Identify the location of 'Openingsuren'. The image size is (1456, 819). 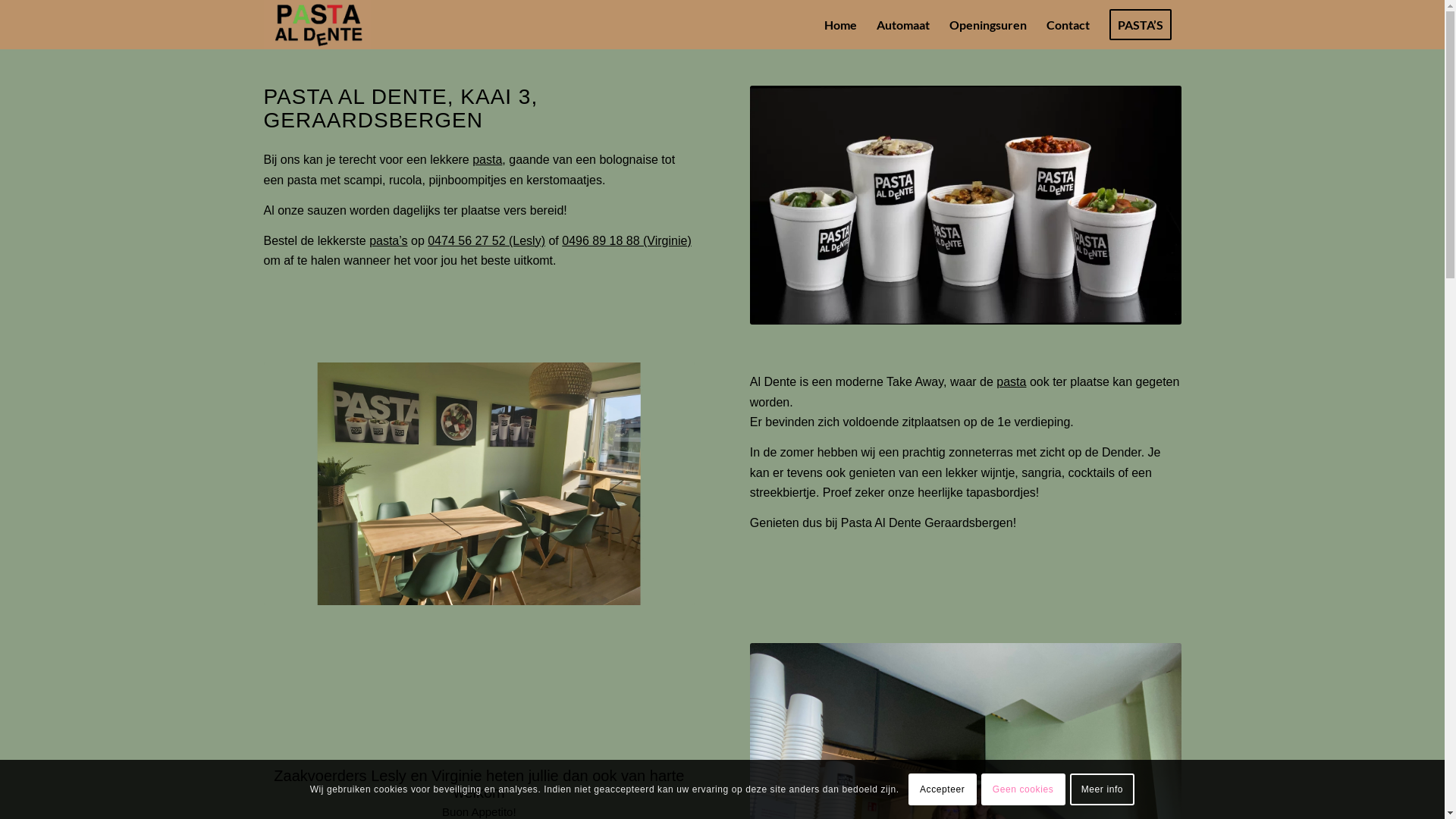
(987, 24).